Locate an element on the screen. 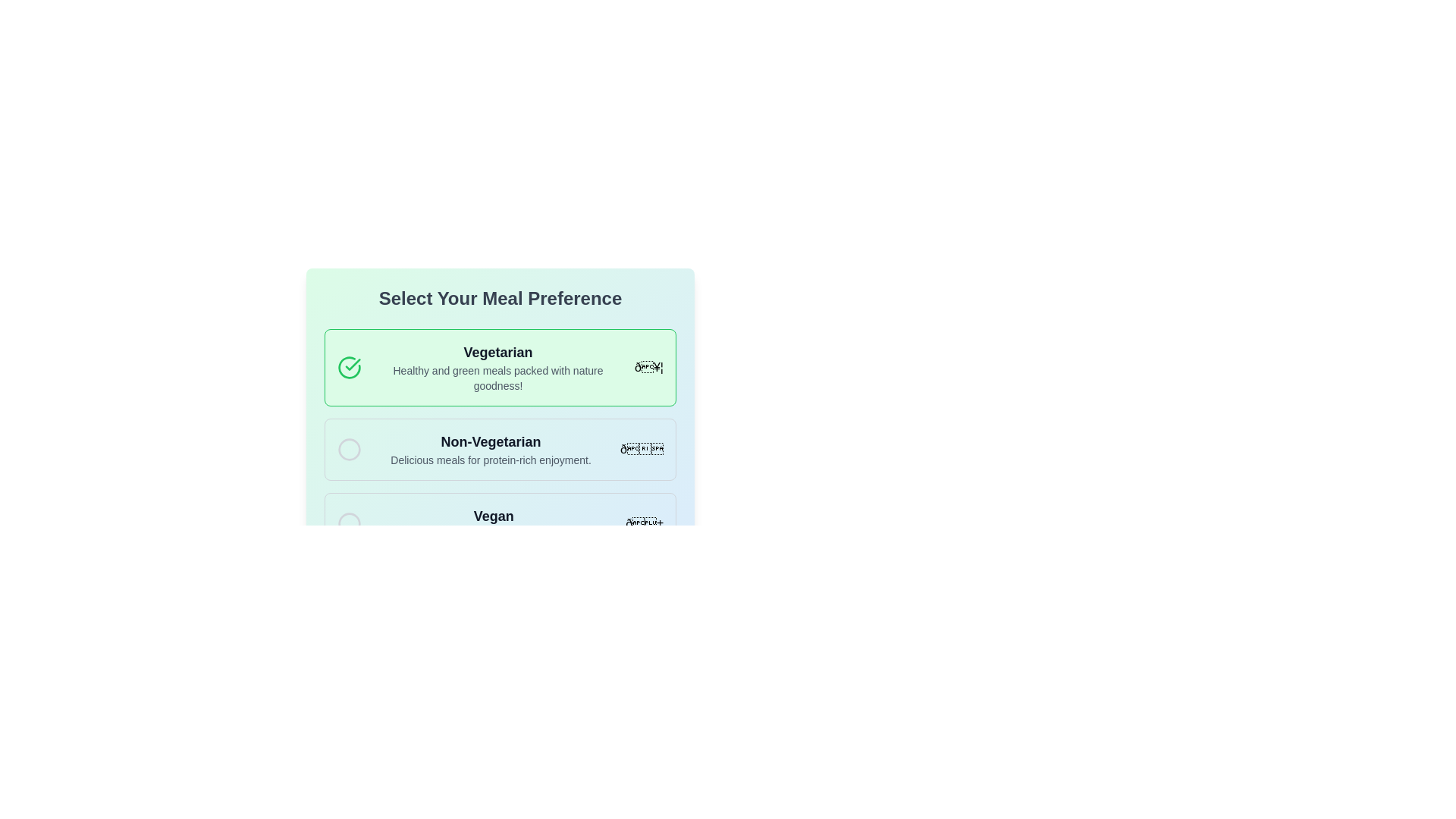  the Circle indicator for the 'Non-Vegetarian' meal option is located at coordinates (348, 449).